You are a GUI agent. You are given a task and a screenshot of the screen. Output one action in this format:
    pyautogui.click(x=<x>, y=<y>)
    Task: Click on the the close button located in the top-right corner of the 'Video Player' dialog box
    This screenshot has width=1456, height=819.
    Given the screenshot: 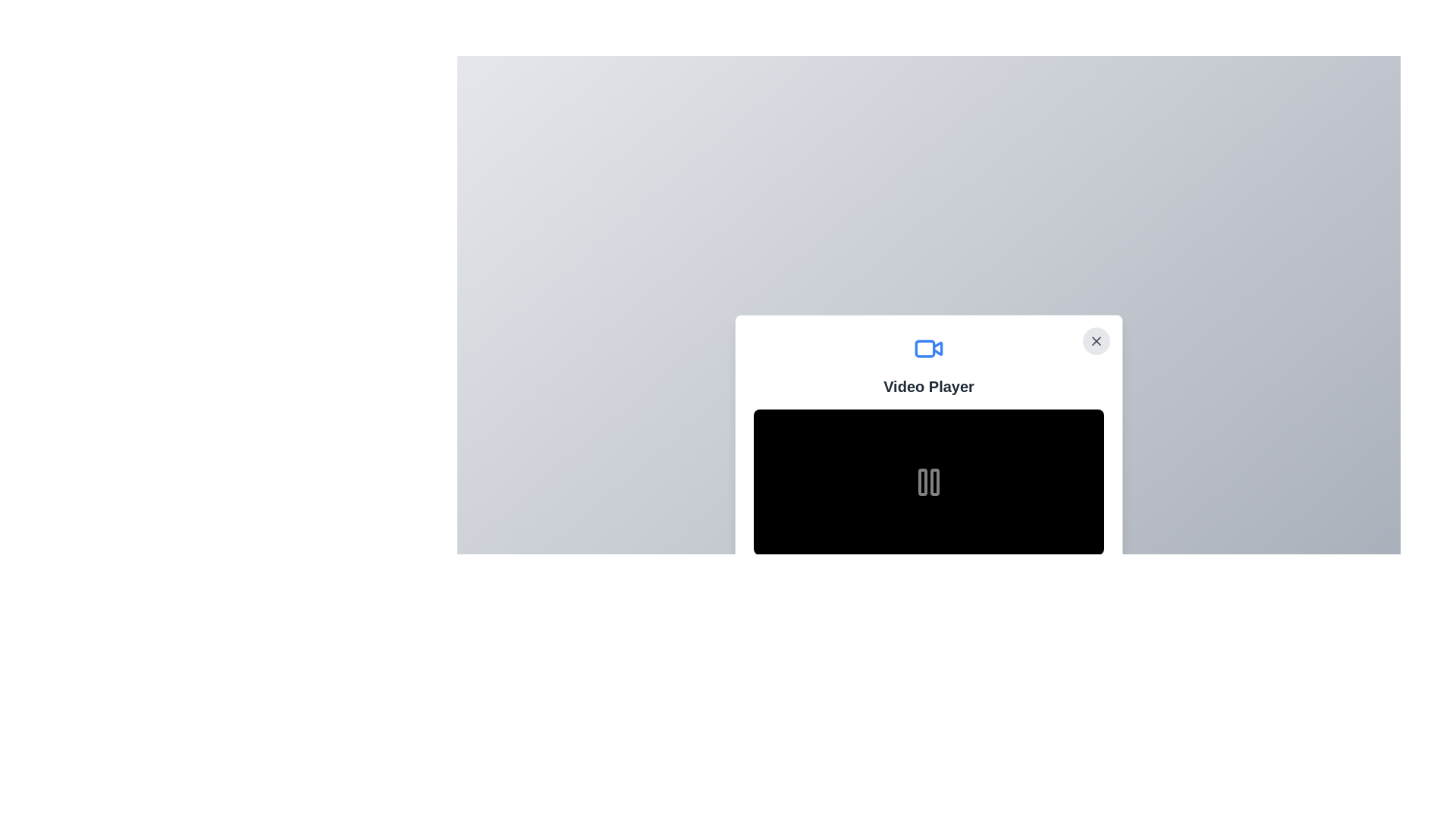 What is the action you would take?
    pyautogui.click(x=1096, y=341)
    